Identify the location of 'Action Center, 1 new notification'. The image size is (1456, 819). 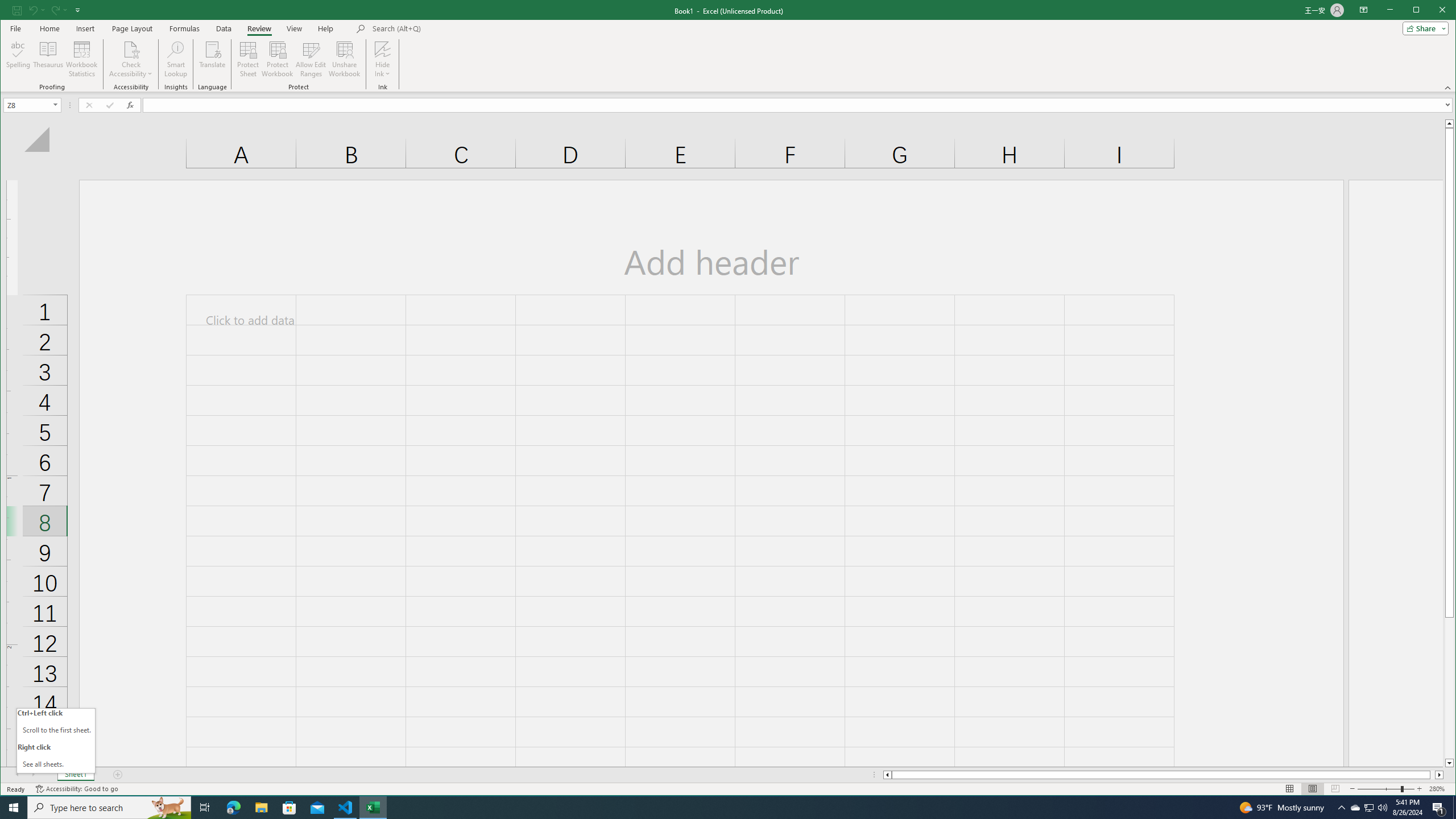
(1454, 806).